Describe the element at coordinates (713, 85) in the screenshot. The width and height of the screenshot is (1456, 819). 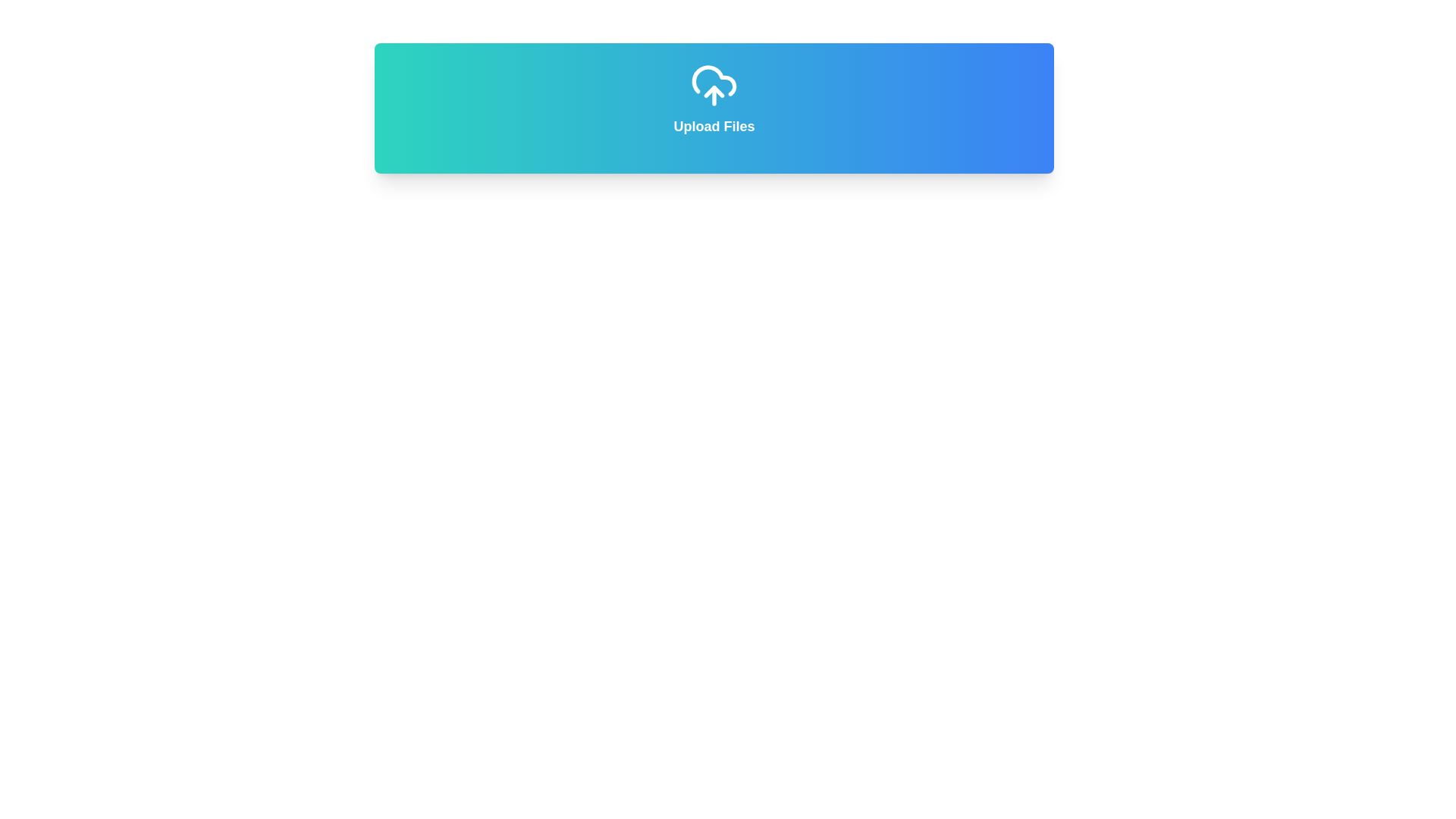
I see `the file upload icon` at that location.